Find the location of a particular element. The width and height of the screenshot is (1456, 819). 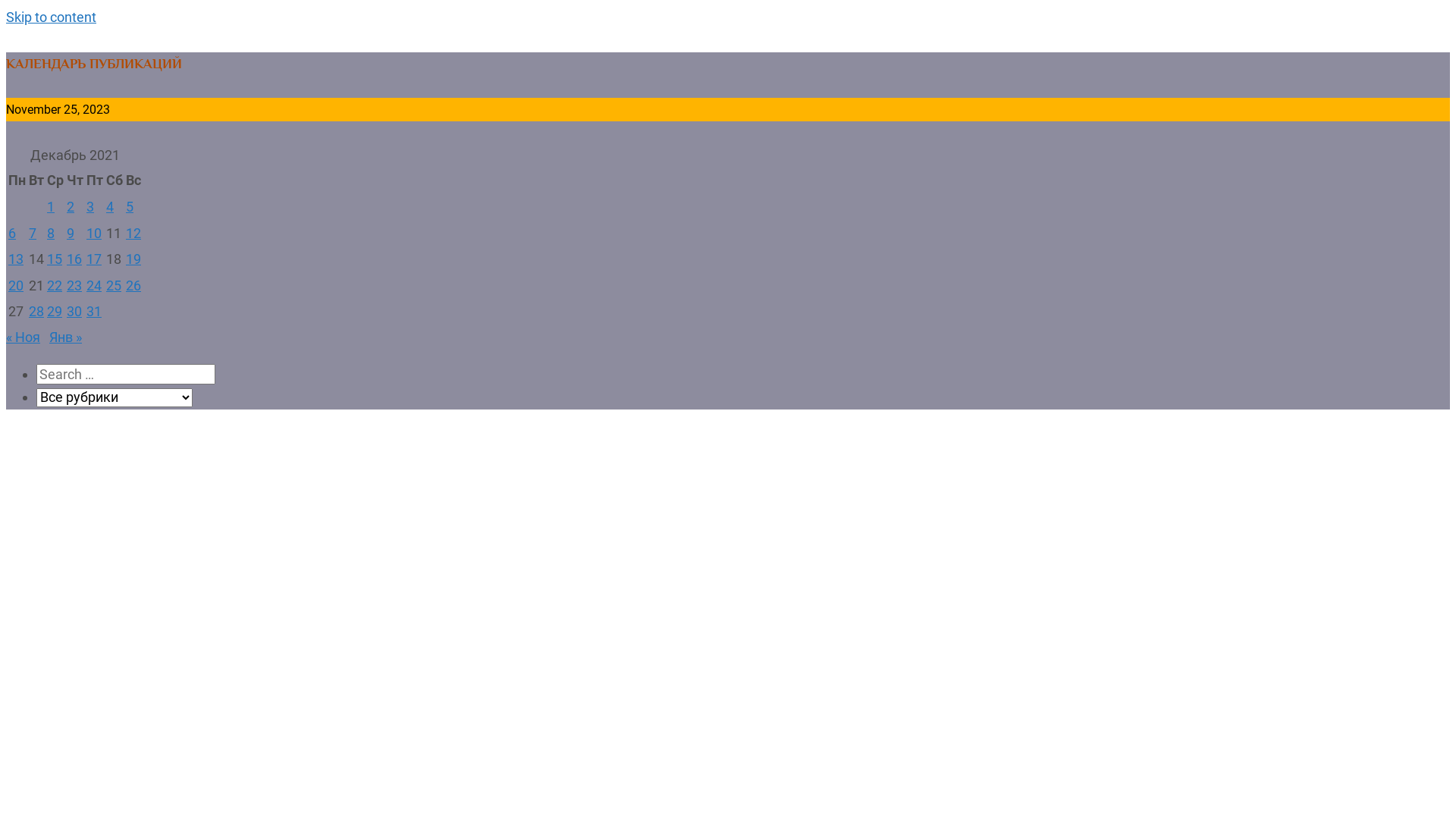

'10' is located at coordinates (93, 233).